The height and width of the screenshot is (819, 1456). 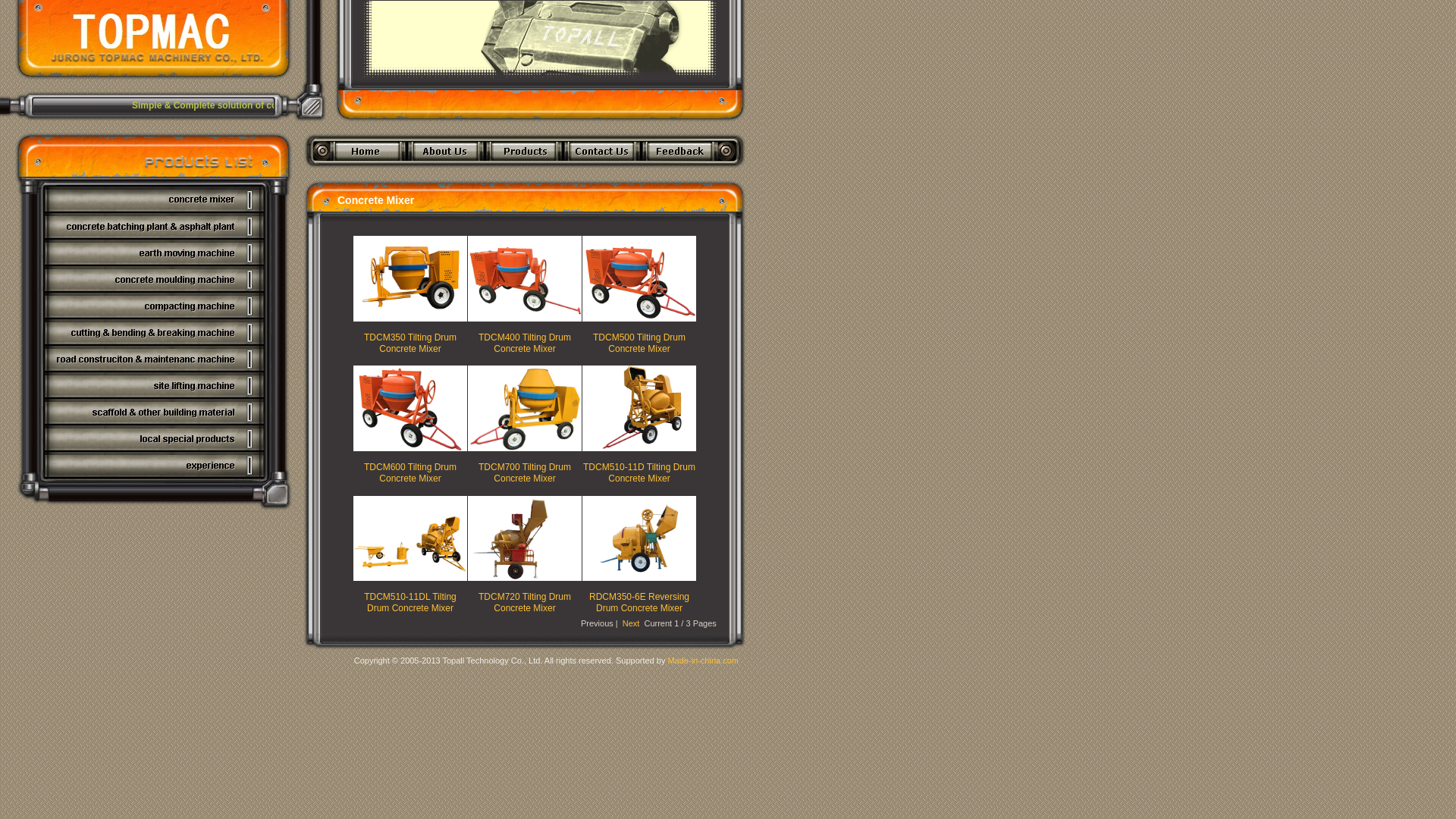 I want to click on 'Next', so click(x=622, y=623).